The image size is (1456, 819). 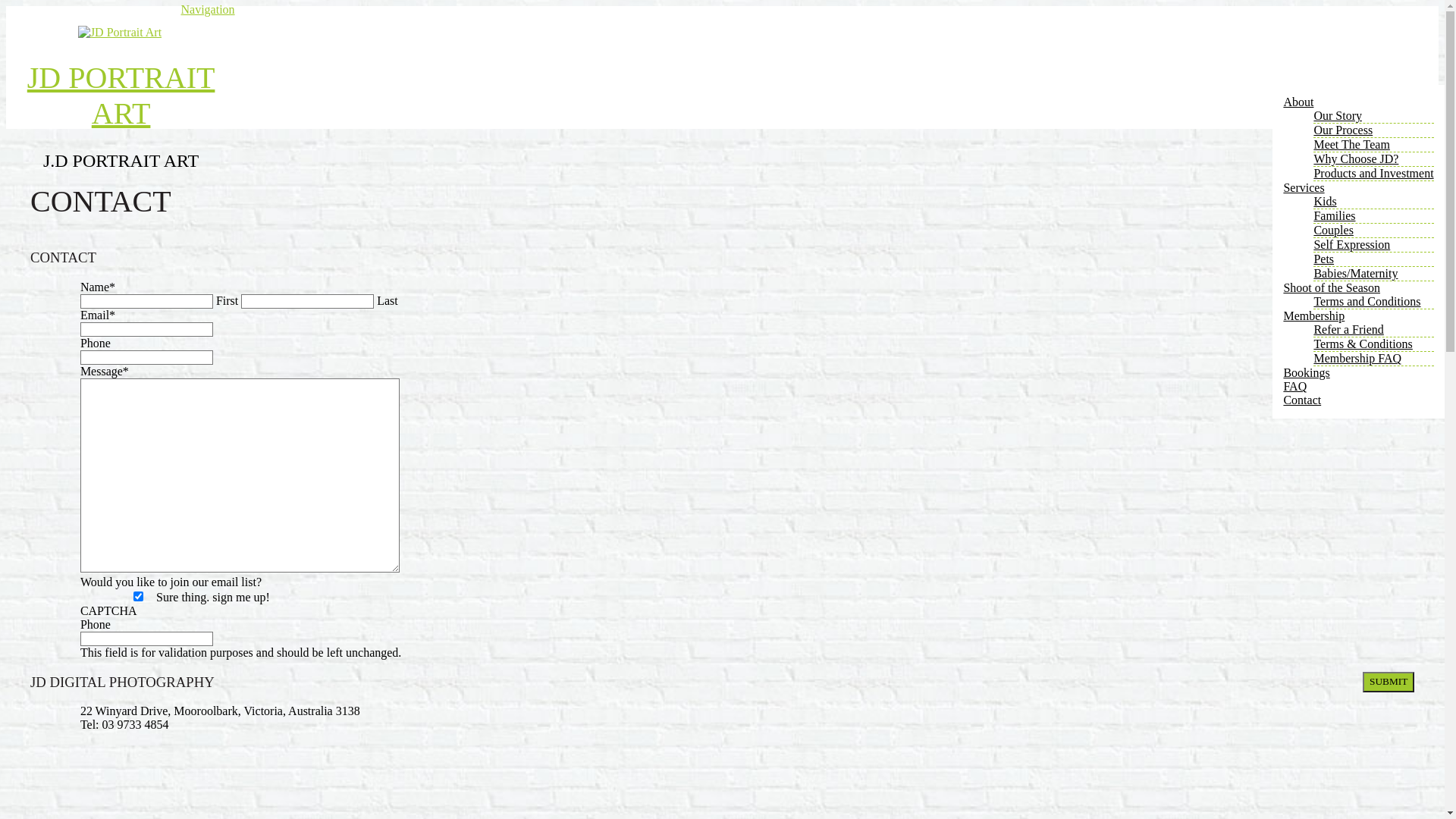 What do you see at coordinates (1337, 115) in the screenshot?
I see `'Our Story'` at bounding box center [1337, 115].